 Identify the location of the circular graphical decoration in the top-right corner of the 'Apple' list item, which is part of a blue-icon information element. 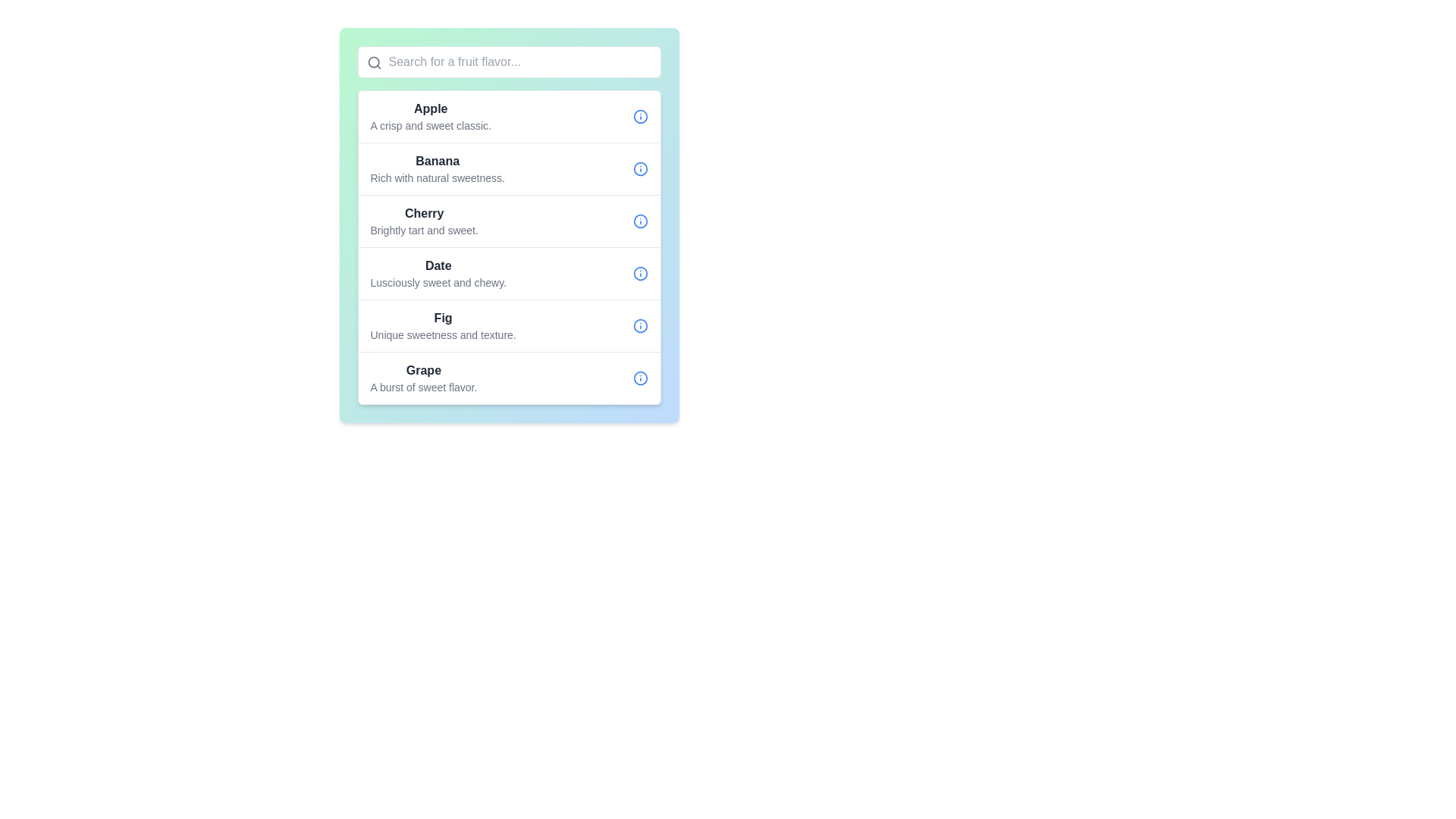
(640, 116).